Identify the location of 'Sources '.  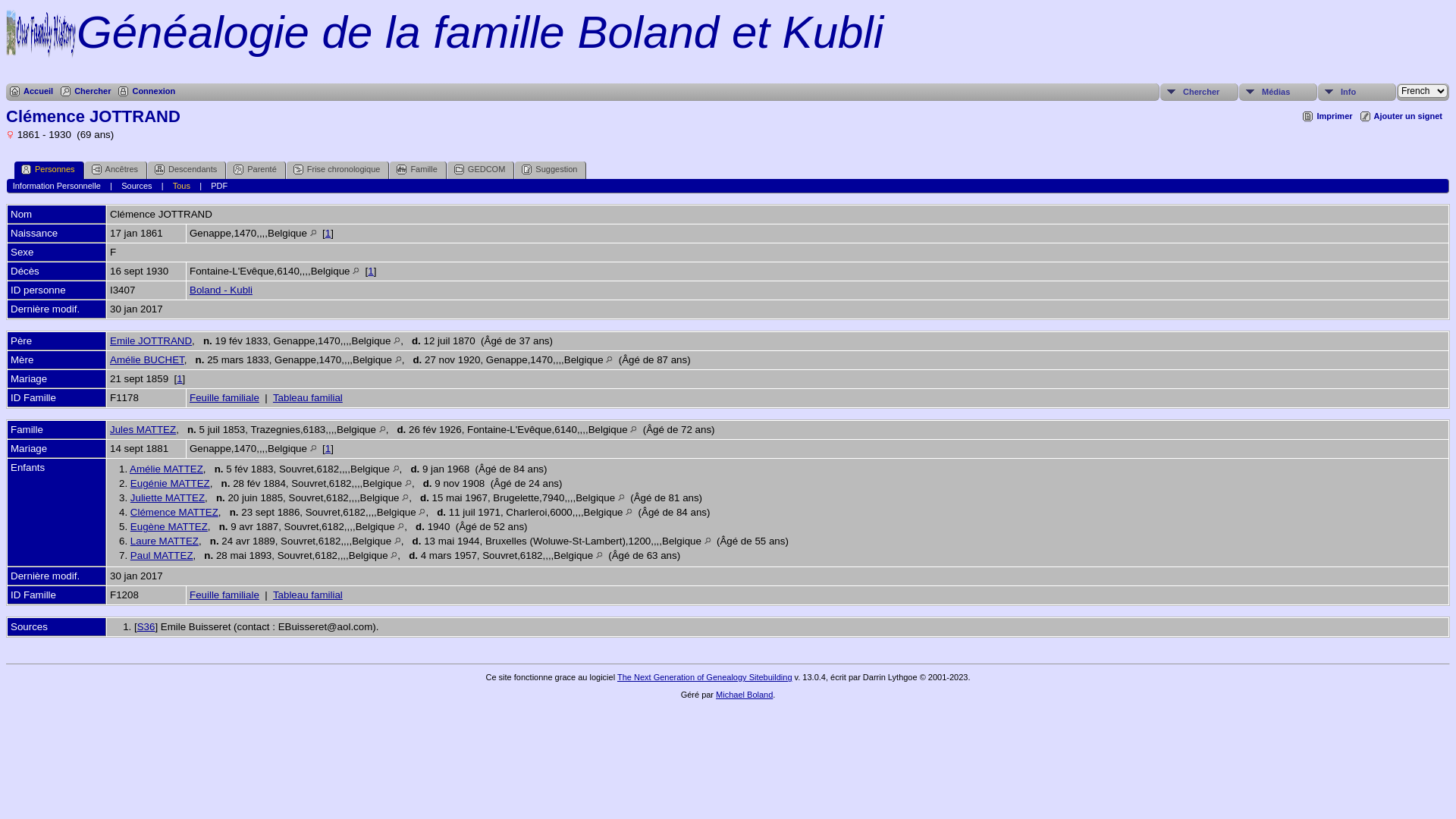
(11, 626).